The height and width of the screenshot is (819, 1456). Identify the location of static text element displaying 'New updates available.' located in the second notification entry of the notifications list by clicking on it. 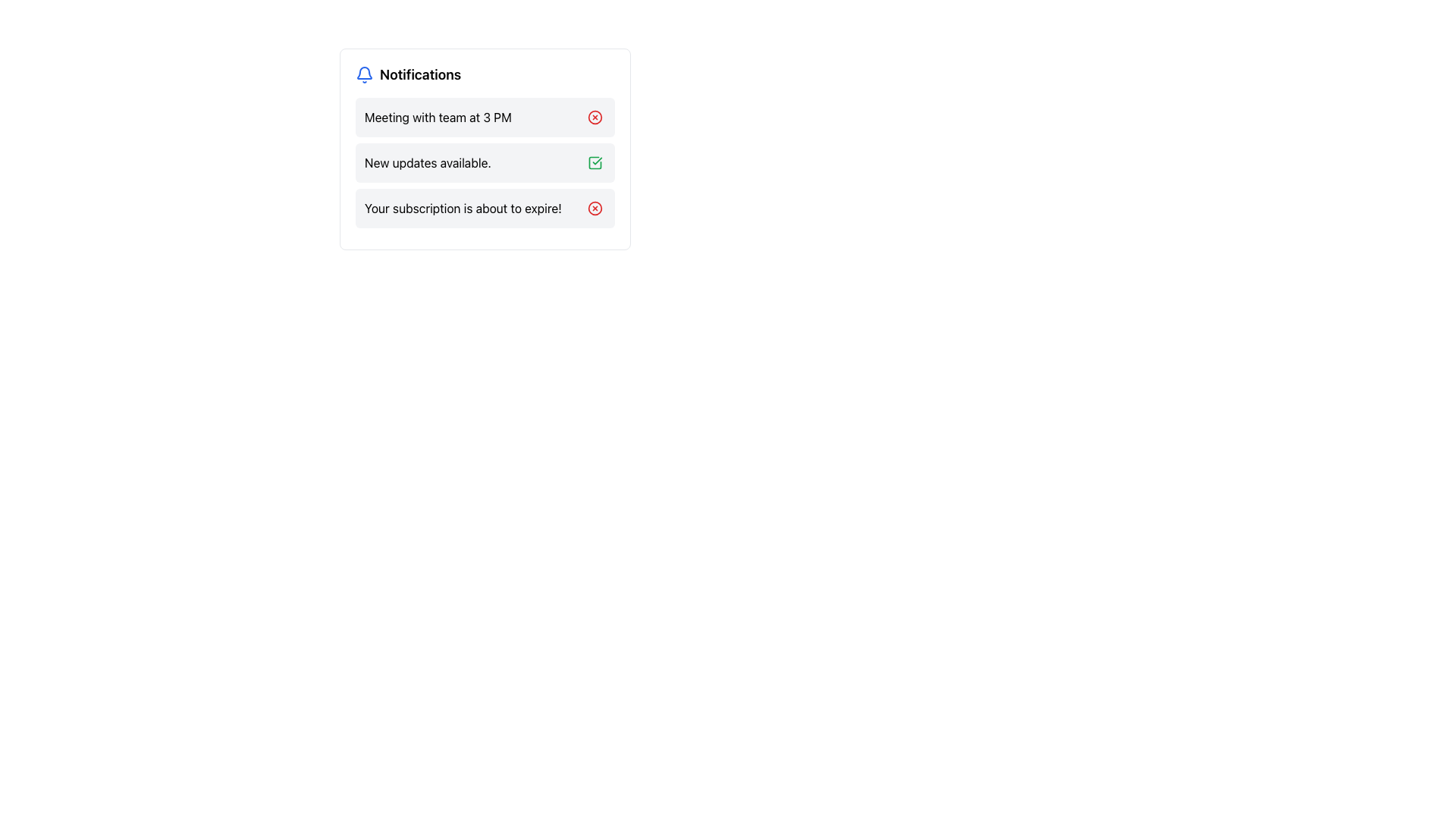
(427, 163).